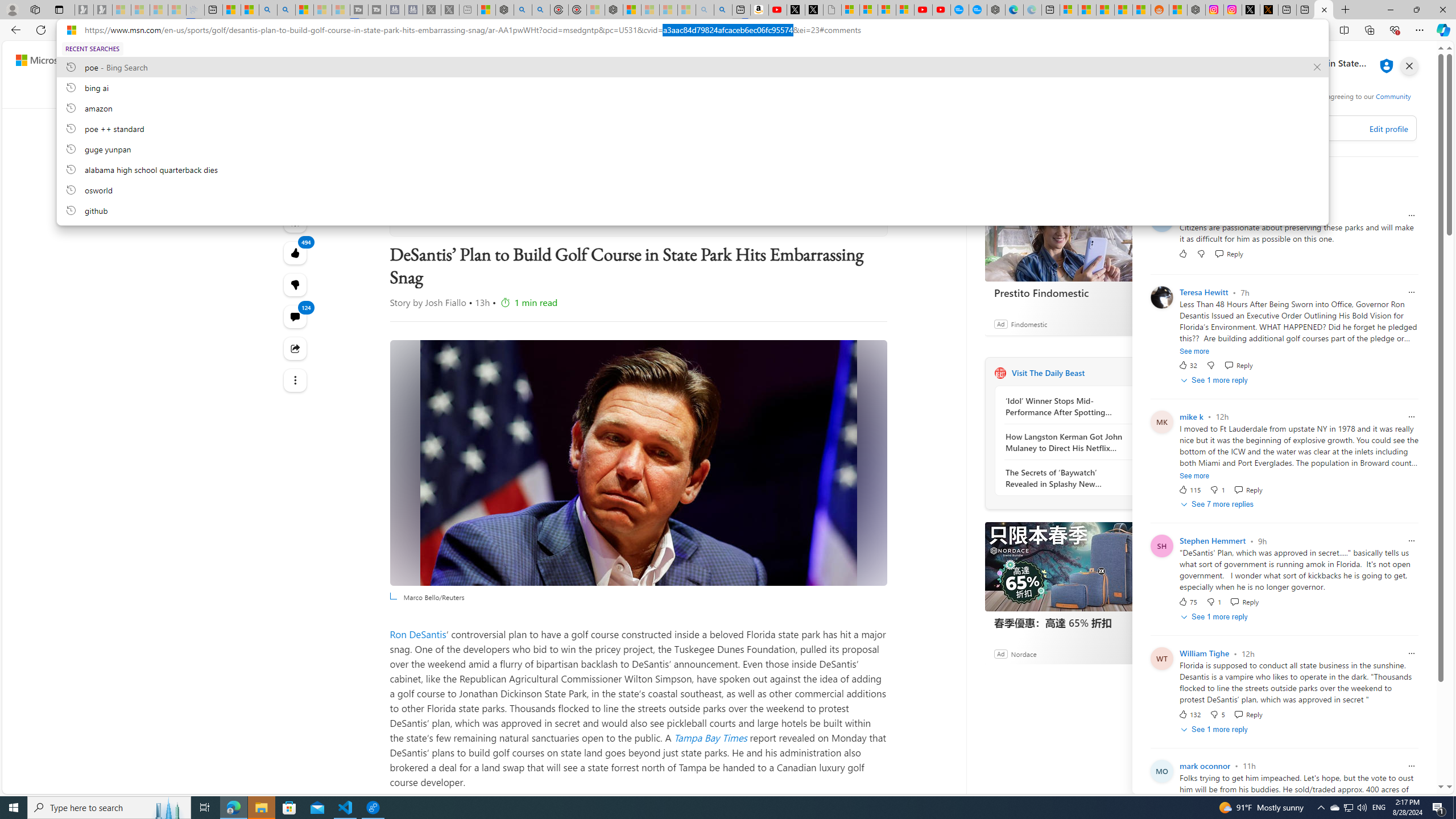 The width and height of the screenshot is (1456, 819). What do you see at coordinates (1069, 236) in the screenshot?
I see `'Prestito Findomestic'` at bounding box center [1069, 236].